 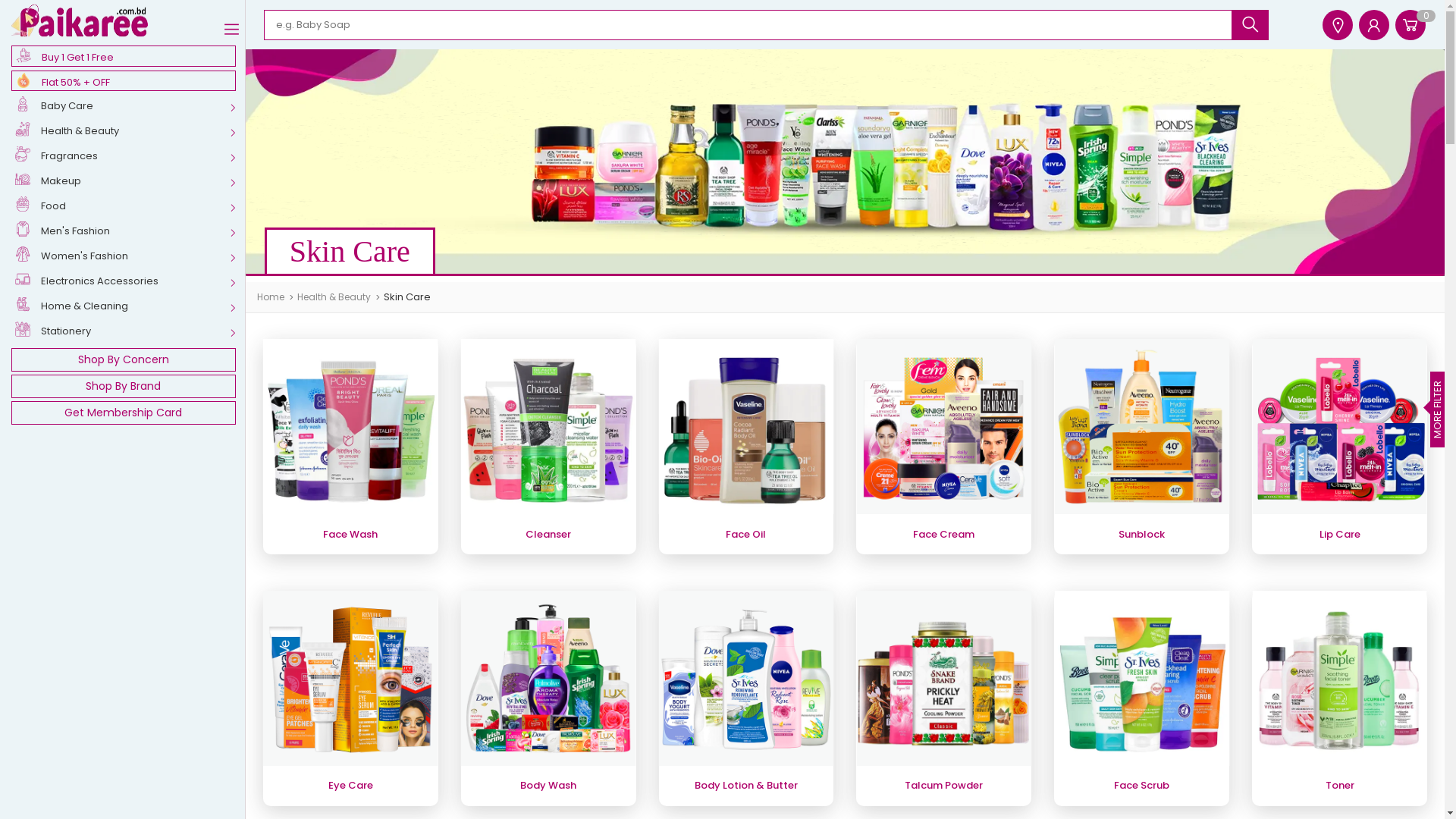 I want to click on 'Face Wash', so click(x=350, y=446).